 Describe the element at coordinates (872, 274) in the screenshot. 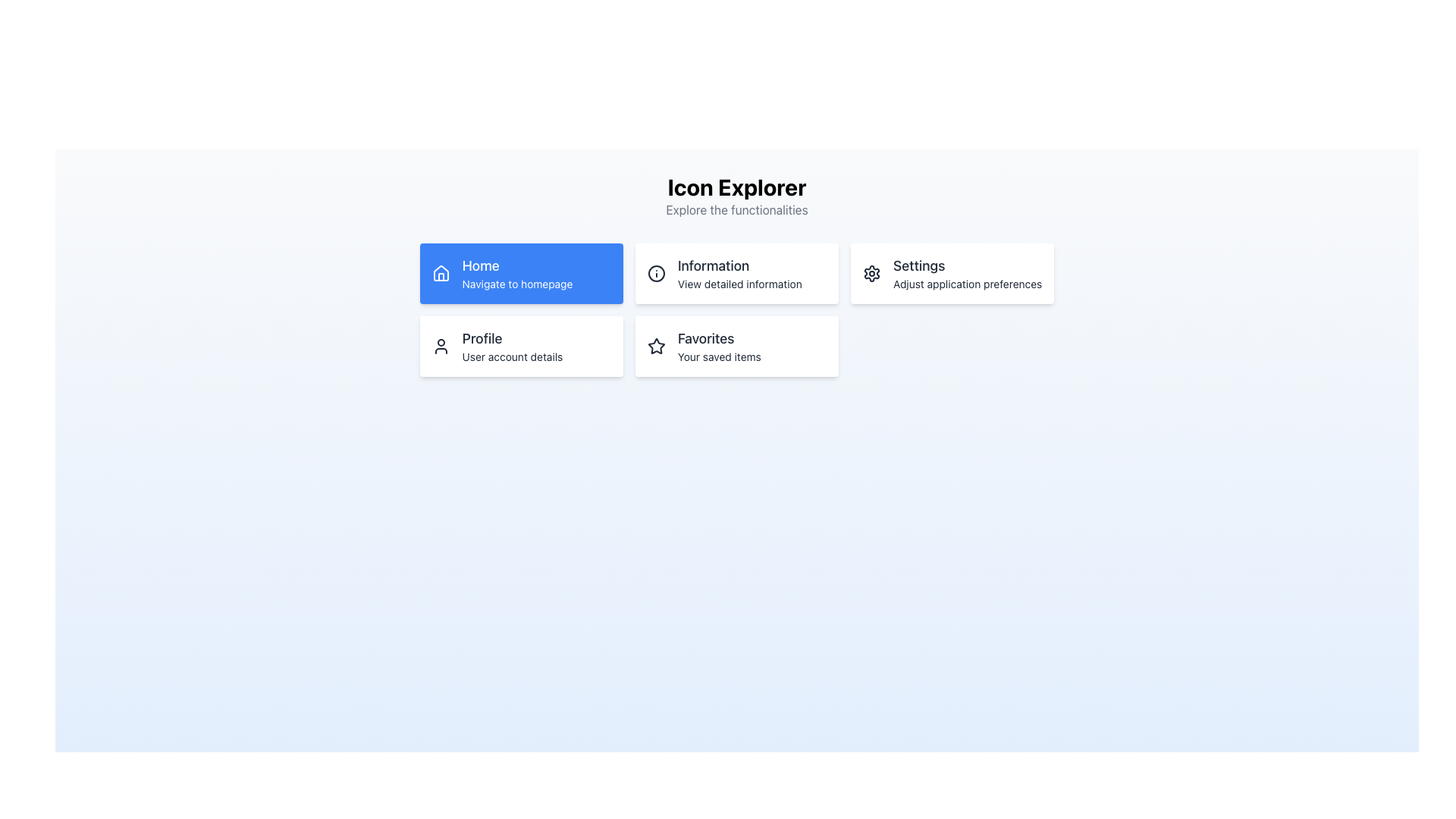

I see `the gear-shaped SVG icon` at that location.